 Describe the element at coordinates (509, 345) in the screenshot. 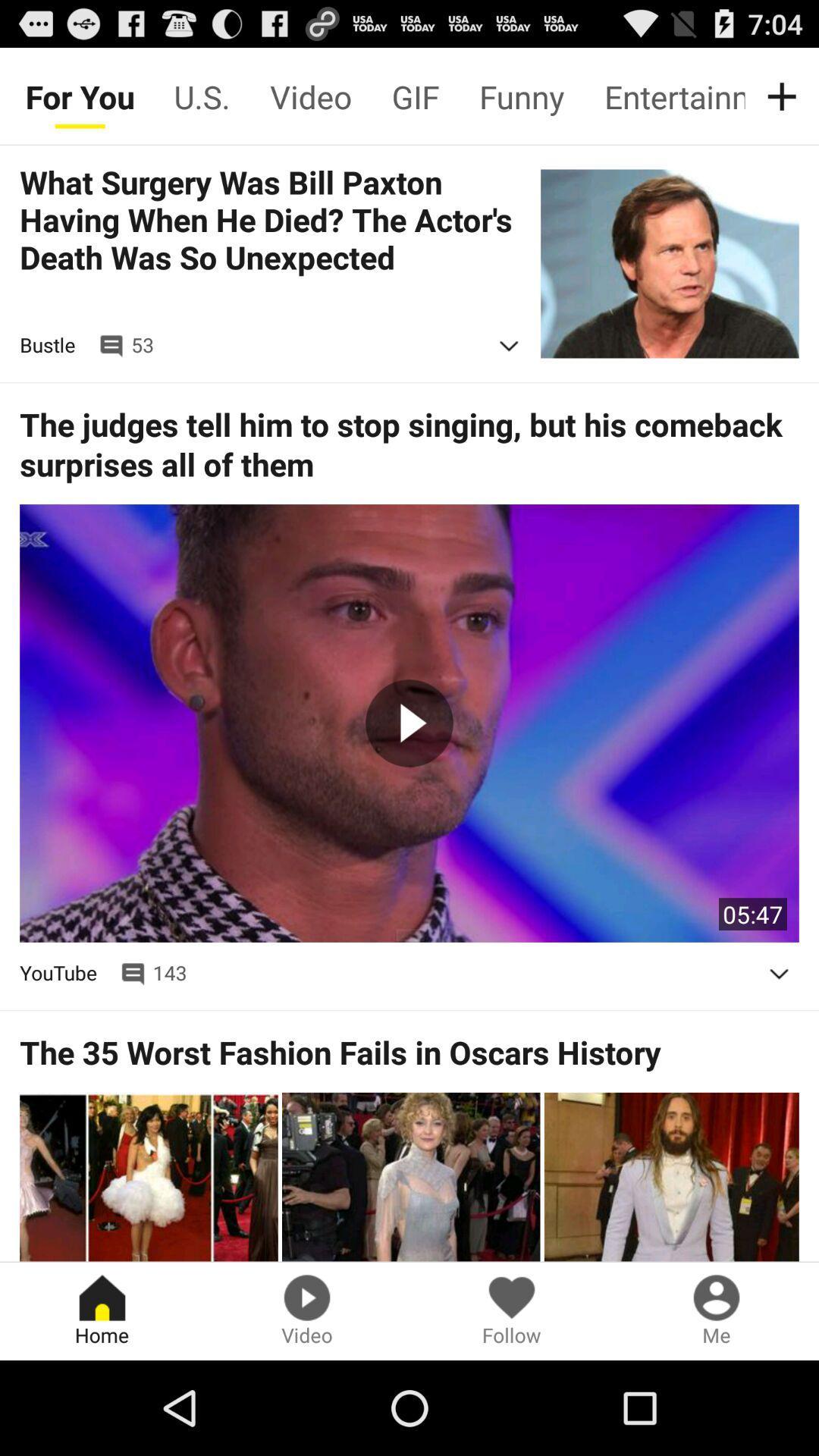

I see `press for info` at that location.